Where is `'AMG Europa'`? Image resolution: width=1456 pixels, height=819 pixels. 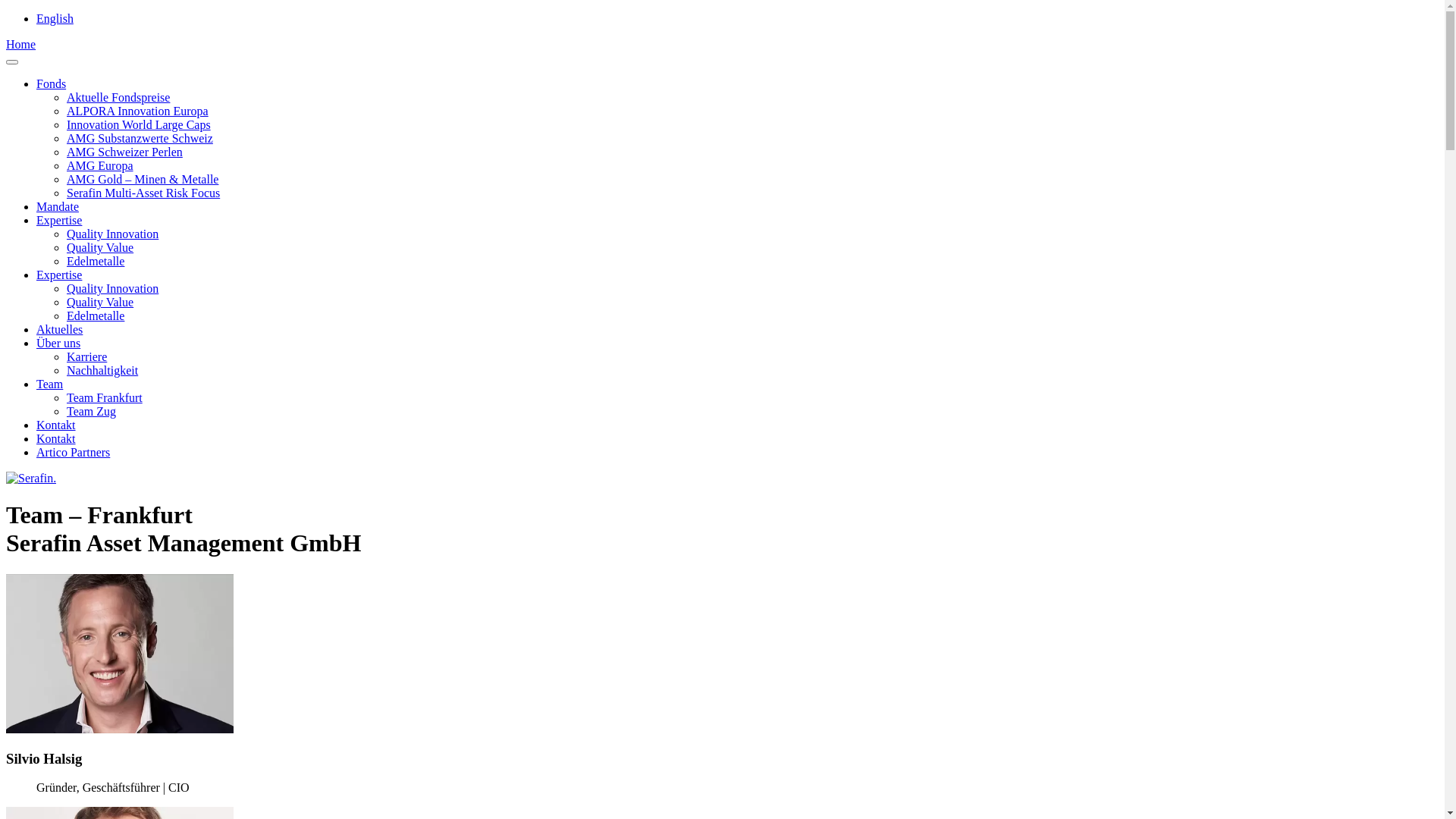 'AMG Europa' is located at coordinates (99, 165).